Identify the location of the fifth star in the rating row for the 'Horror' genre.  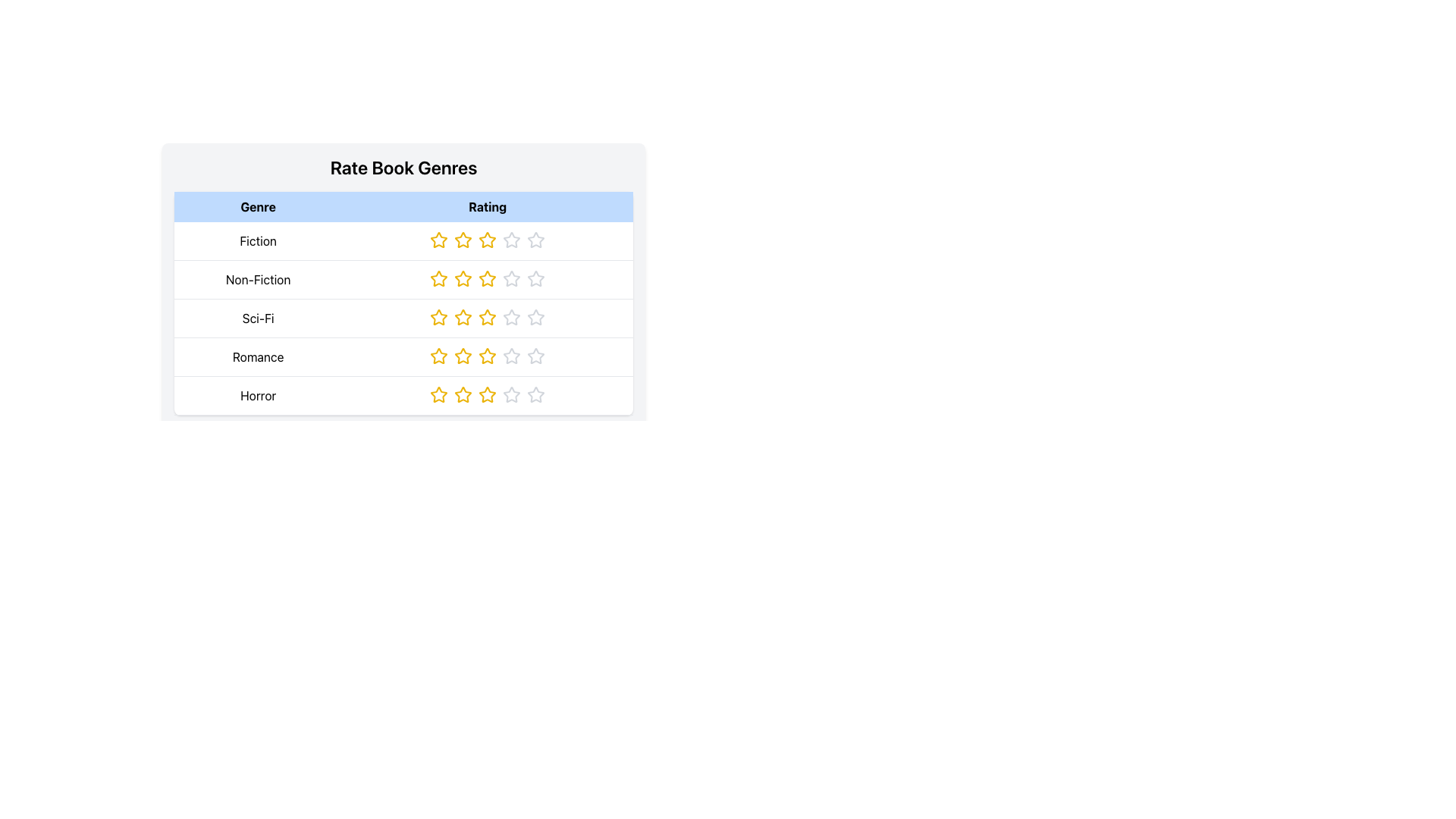
(512, 394).